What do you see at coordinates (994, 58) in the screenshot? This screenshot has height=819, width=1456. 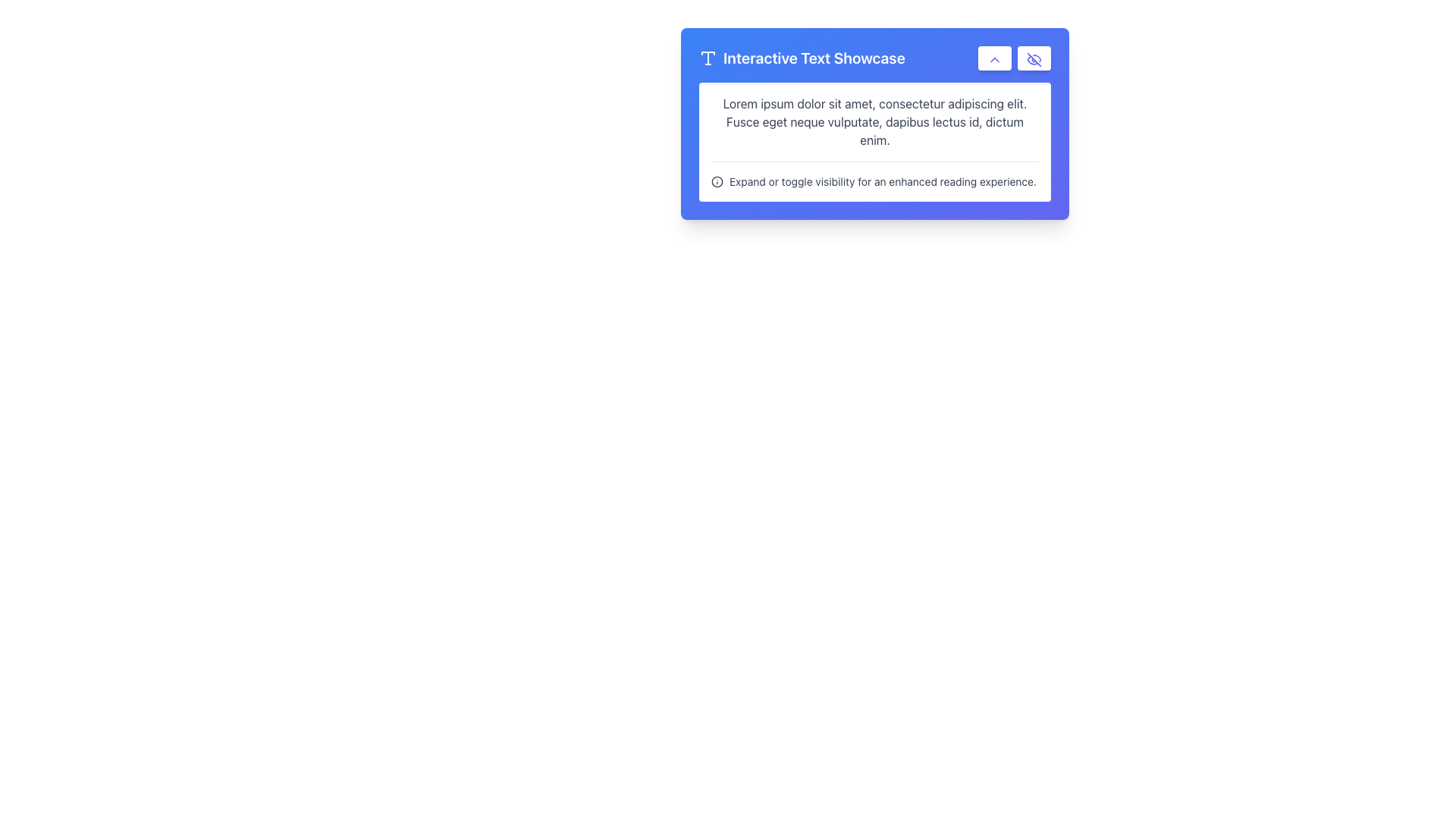 I see `the upward pointing arrow button located at the top-right corner of the blue information card` at bounding box center [994, 58].